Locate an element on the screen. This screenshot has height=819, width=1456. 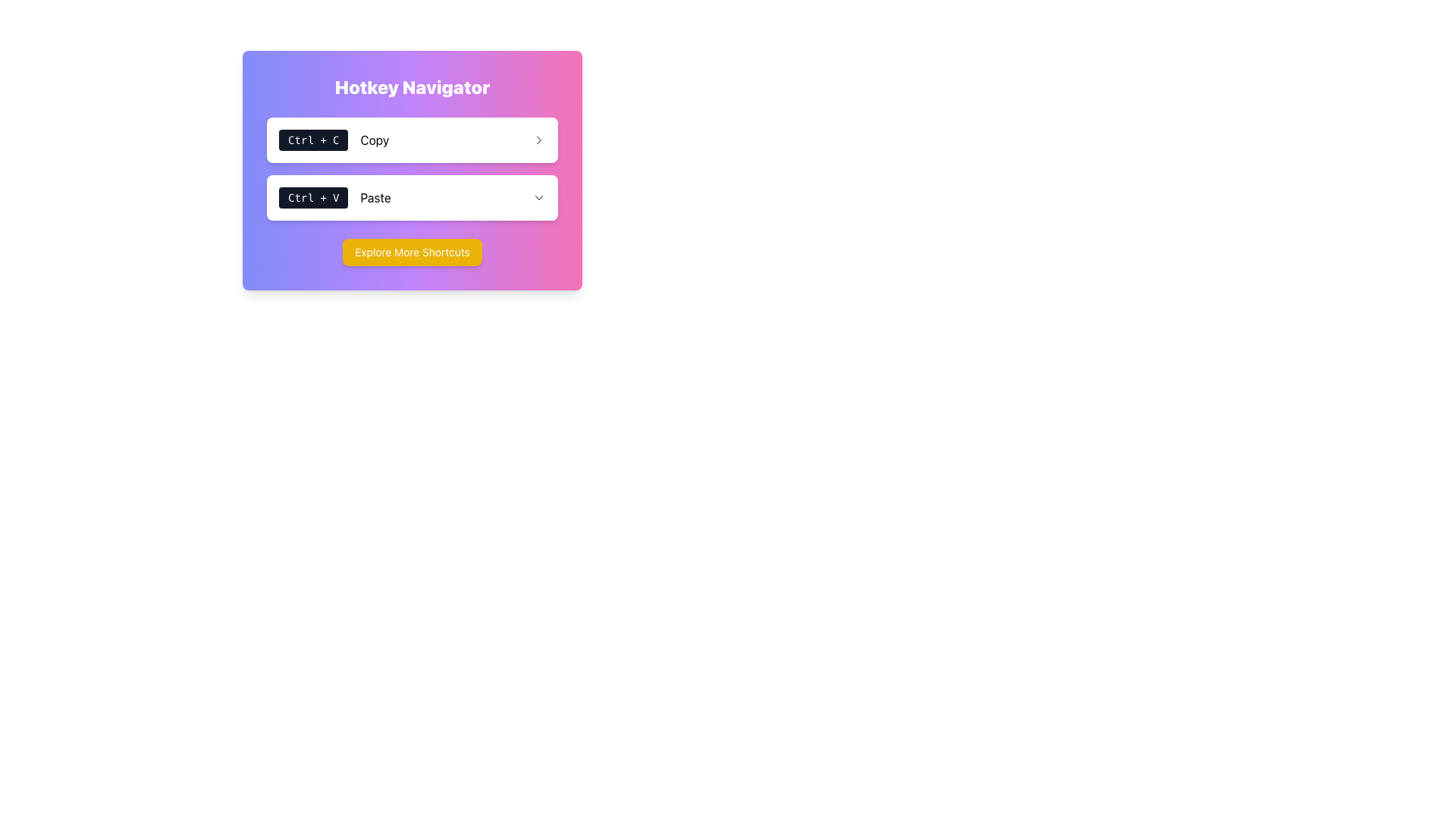
the small gray chevron-shaped icon pointing to the right, located at the far-right of the first item in the list of shortcuts, visually aligned with the text 'Copy.' is located at coordinates (538, 140).